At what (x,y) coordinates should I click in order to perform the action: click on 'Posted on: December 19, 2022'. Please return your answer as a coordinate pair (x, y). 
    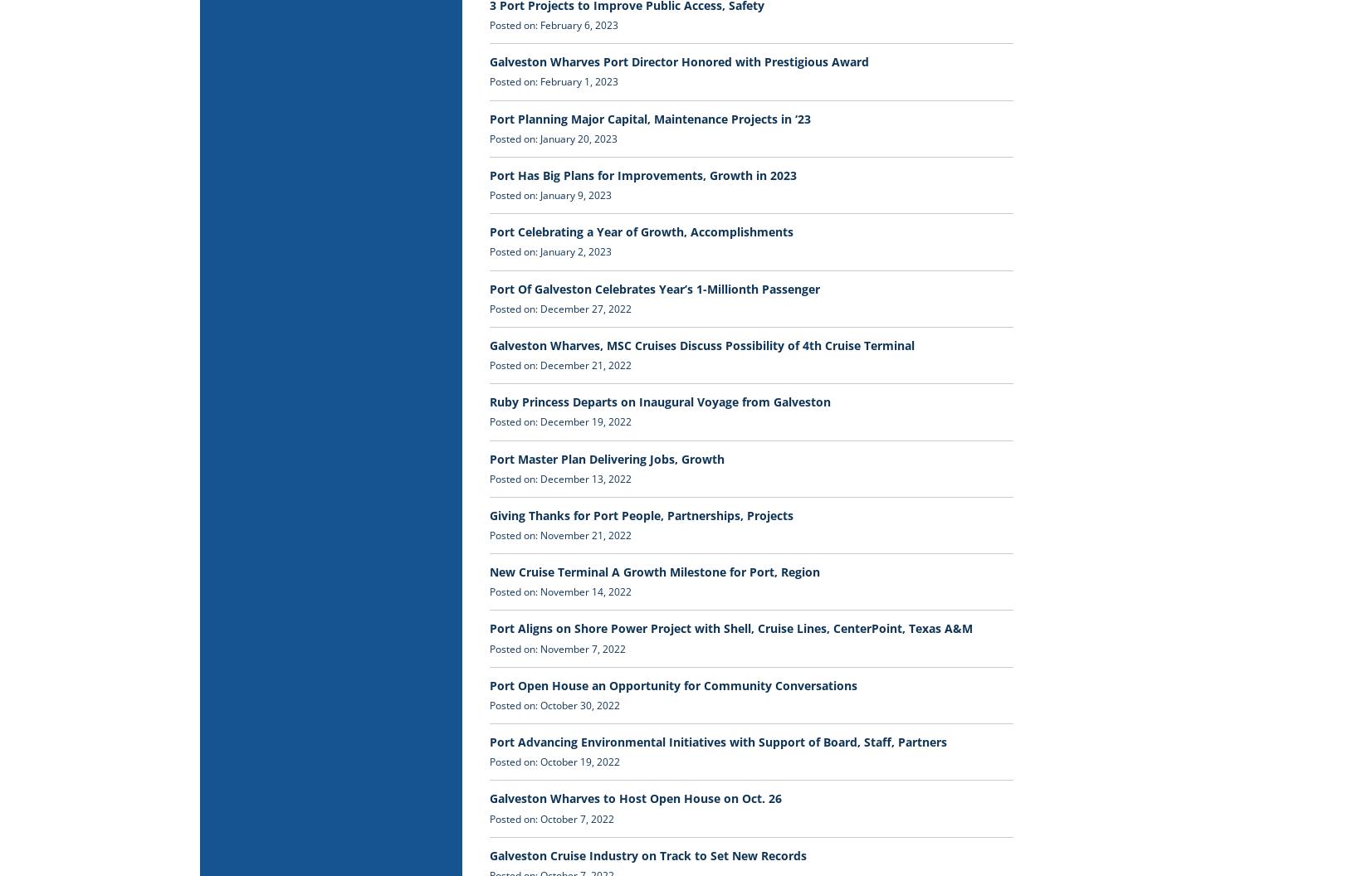
    Looking at the image, I should click on (559, 421).